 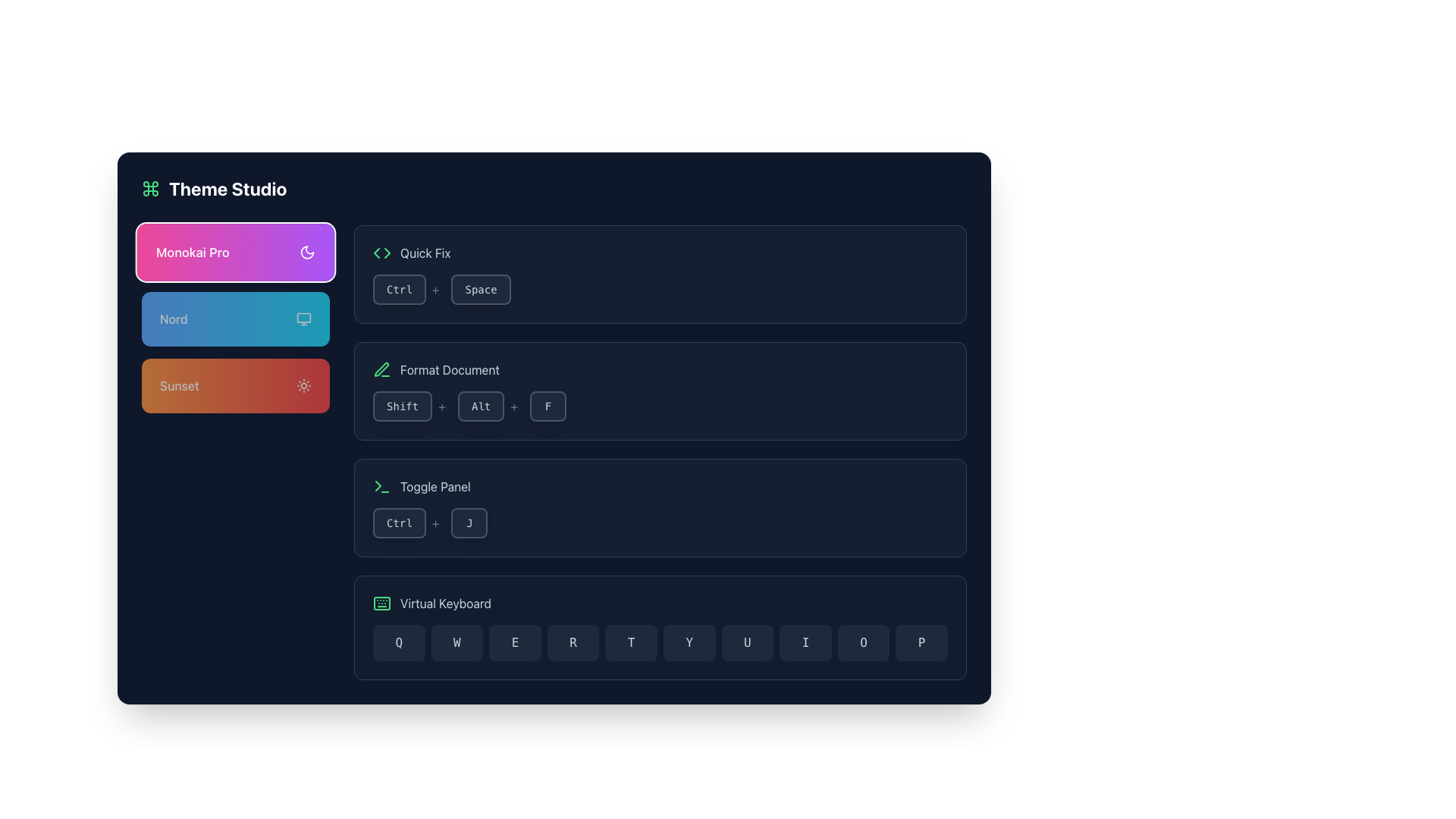 What do you see at coordinates (689, 643) in the screenshot?
I see `the 'Y' key on the virtual keyboard` at bounding box center [689, 643].